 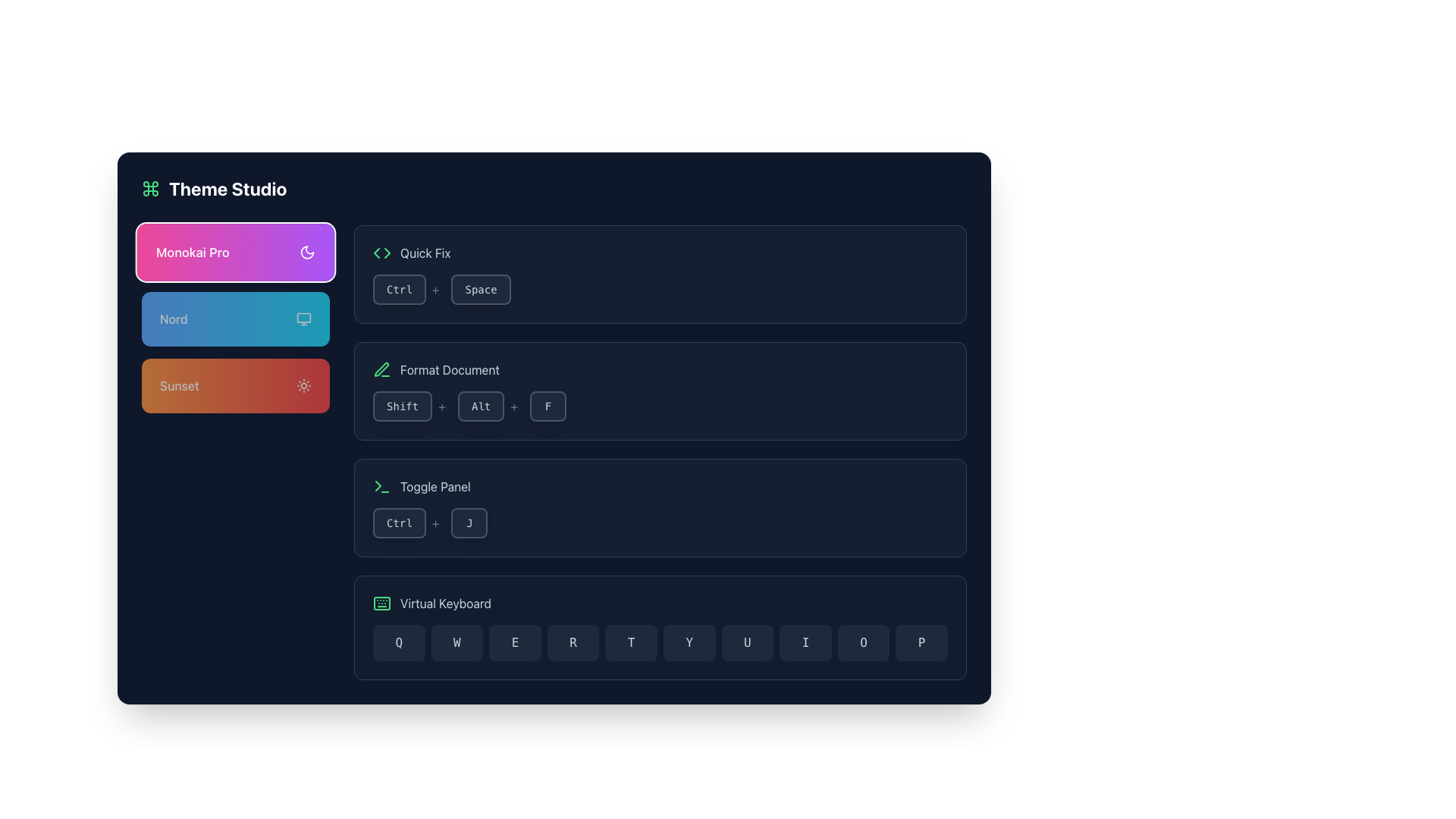 What do you see at coordinates (689, 643) in the screenshot?
I see `the 'Y' key on the virtual keyboard` at bounding box center [689, 643].